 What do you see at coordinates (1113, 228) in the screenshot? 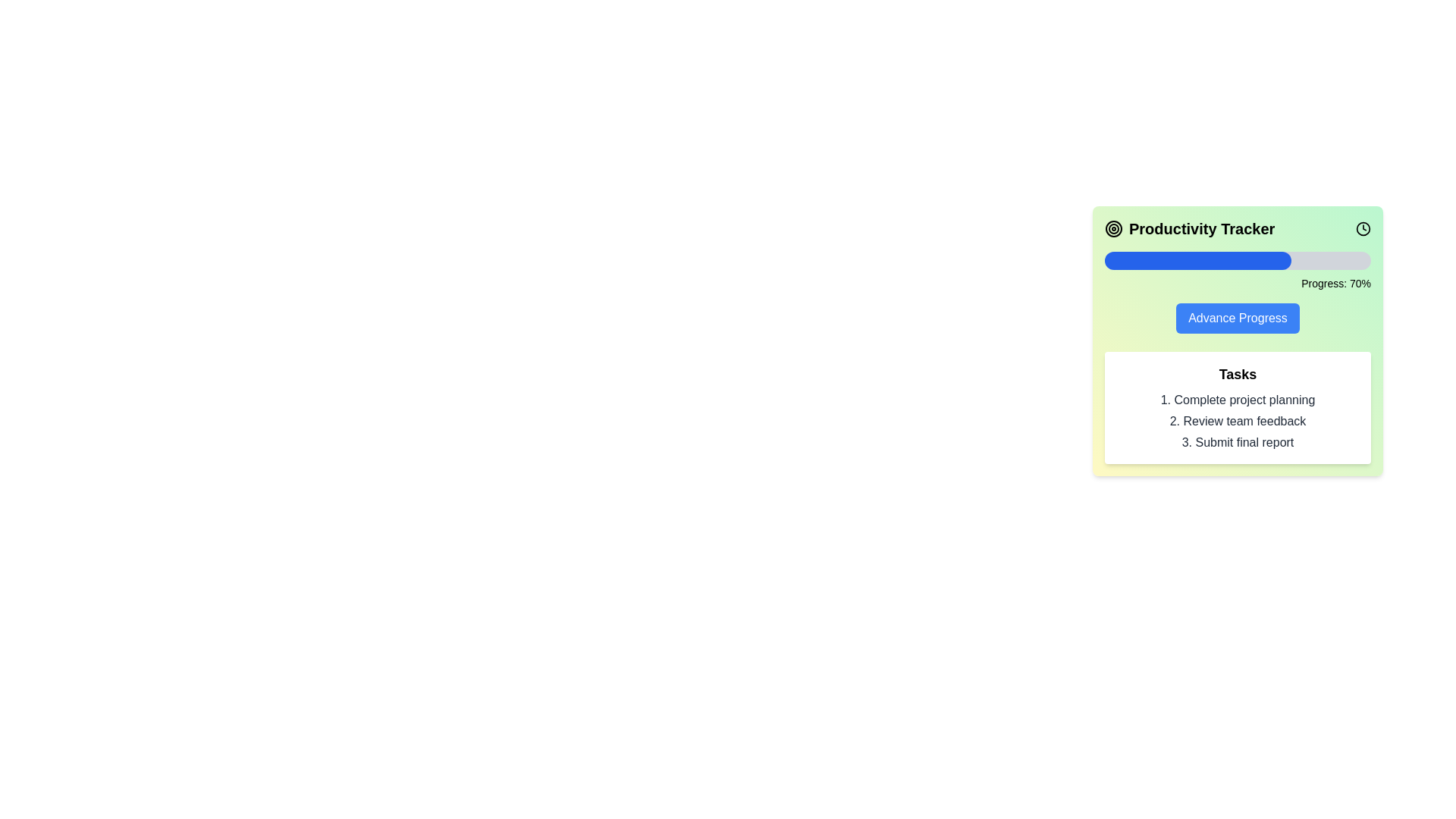
I see `the largest SVG Circle representing the outer boundary of the target icon in the top-left corner of the Productivity Tracker card` at bounding box center [1113, 228].